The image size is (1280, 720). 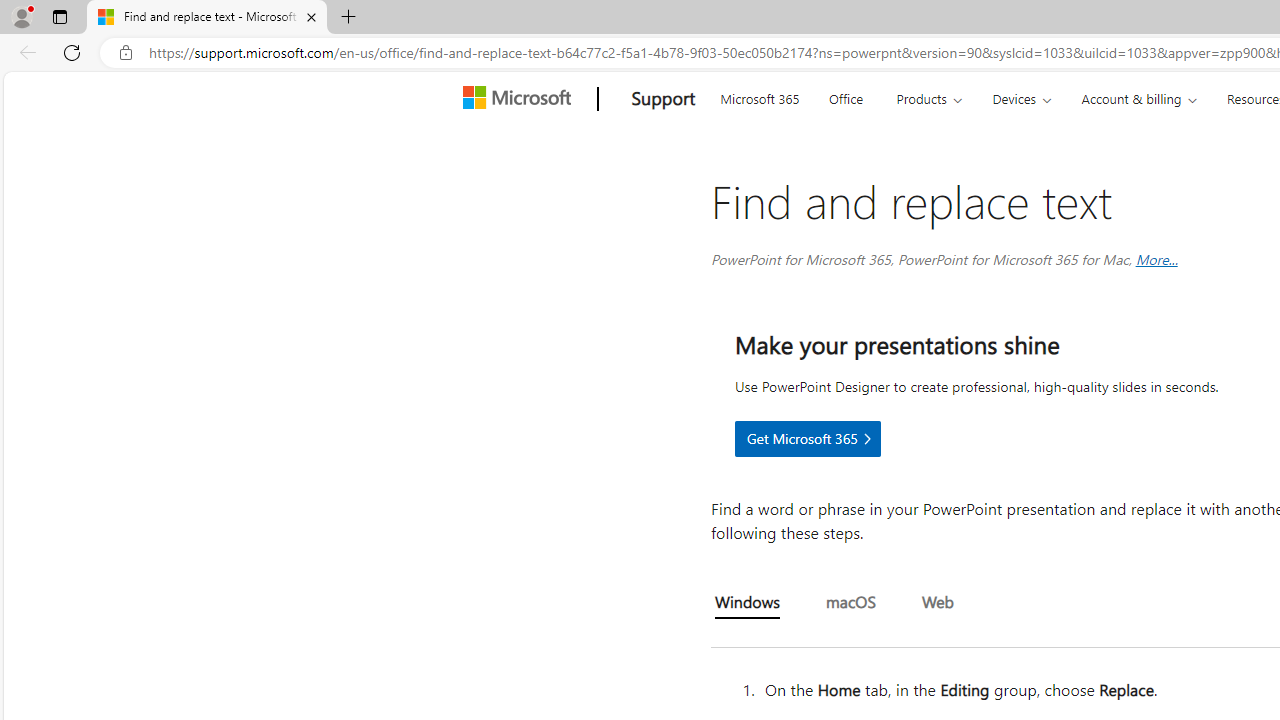 What do you see at coordinates (207, 17) in the screenshot?
I see `'Find and replace text - Microsoft Support'` at bounding box center [207, 17].